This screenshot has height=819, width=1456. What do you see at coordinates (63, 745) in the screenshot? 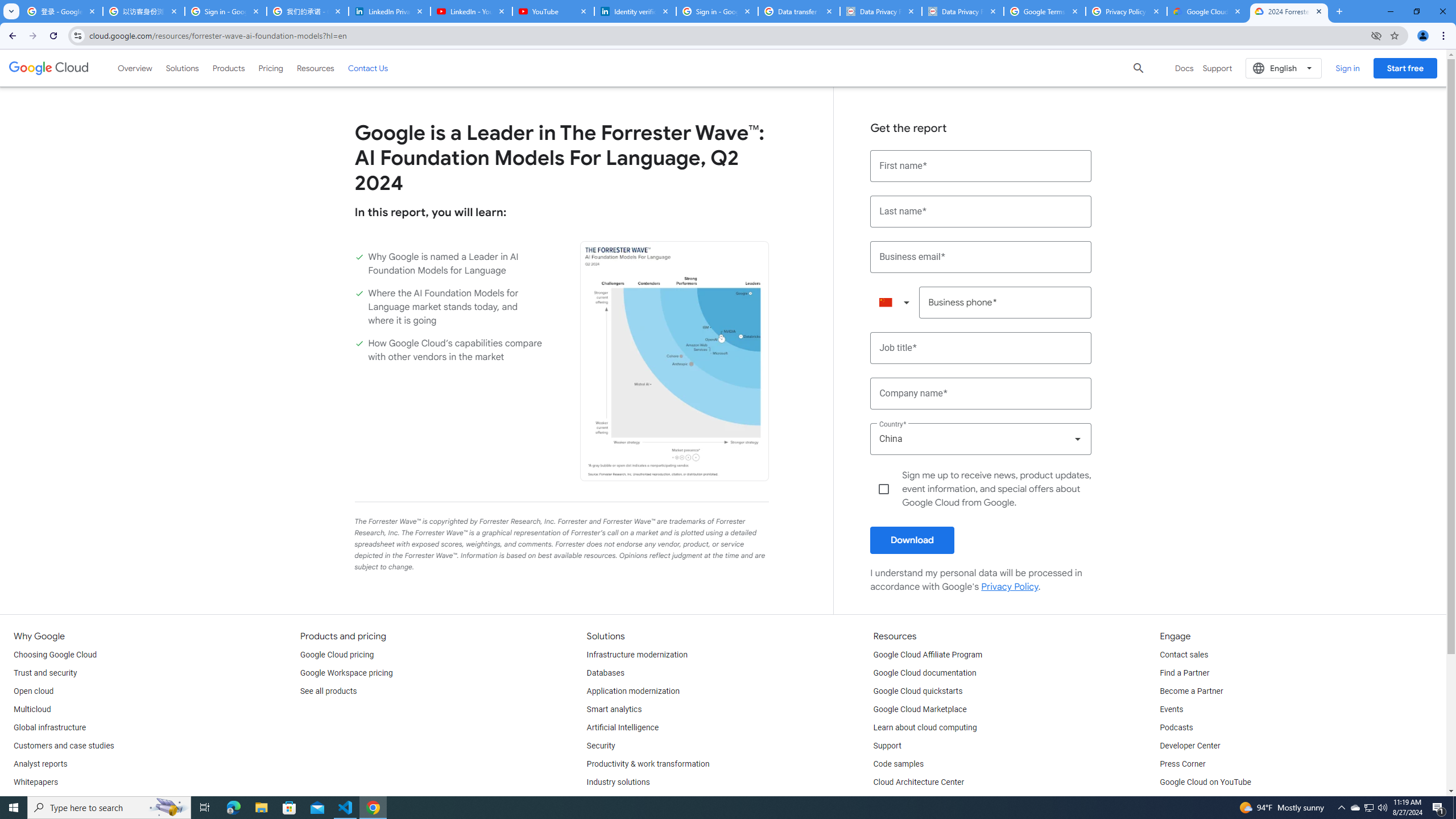
I see `'Customers and case studies'` at bounding box center [63, 745].